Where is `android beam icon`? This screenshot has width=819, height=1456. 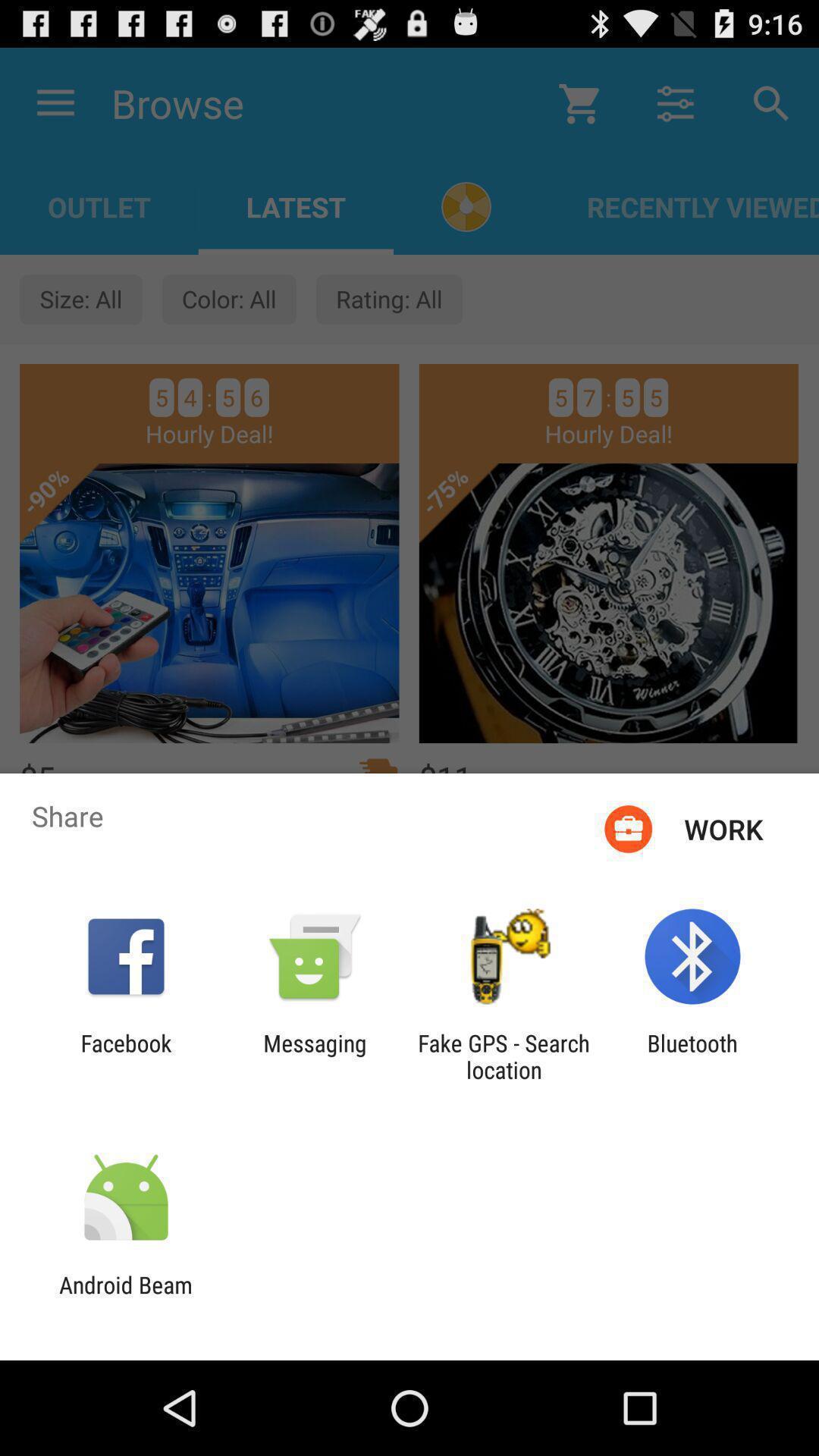
android beam icon is located at coordinates (125, 1298).